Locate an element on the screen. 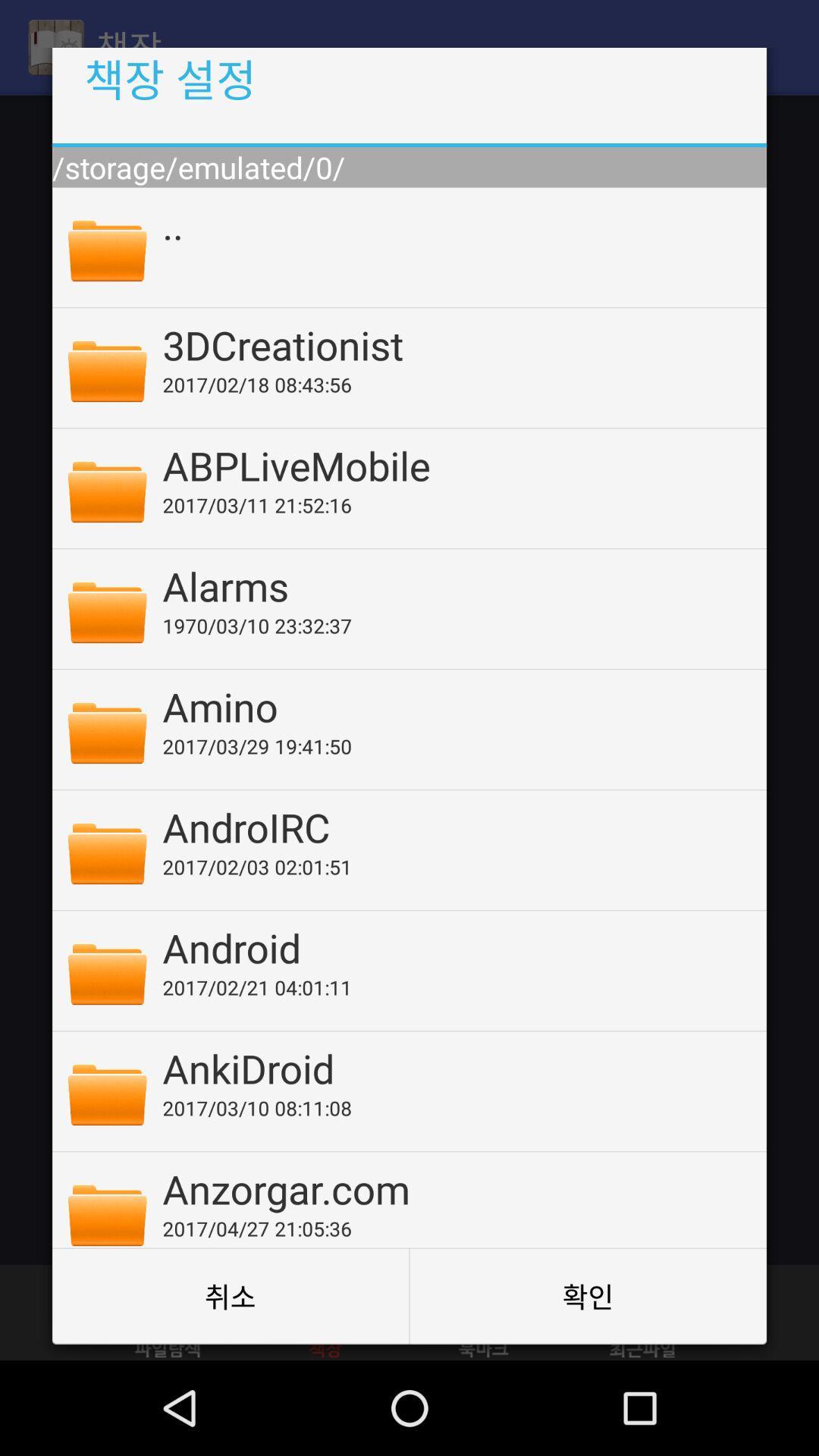 The width and height of the screenshot is (819, 1456). the android app is located at coordinates (453, 946).